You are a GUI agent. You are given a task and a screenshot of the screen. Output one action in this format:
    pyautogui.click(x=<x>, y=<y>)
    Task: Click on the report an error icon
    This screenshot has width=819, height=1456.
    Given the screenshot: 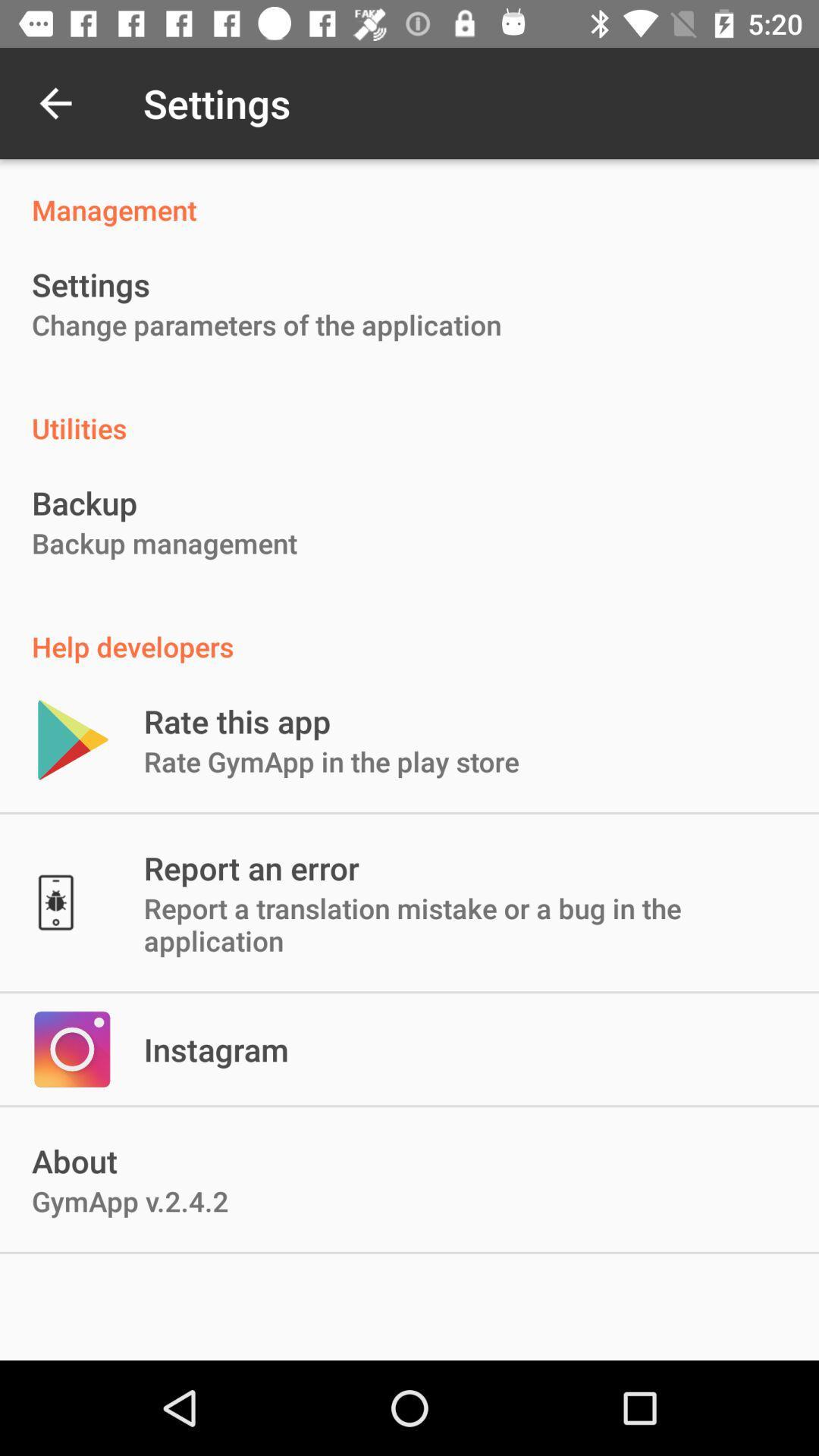 What is the action you would take?
    pyautogui.click(x=250, y=868)
    